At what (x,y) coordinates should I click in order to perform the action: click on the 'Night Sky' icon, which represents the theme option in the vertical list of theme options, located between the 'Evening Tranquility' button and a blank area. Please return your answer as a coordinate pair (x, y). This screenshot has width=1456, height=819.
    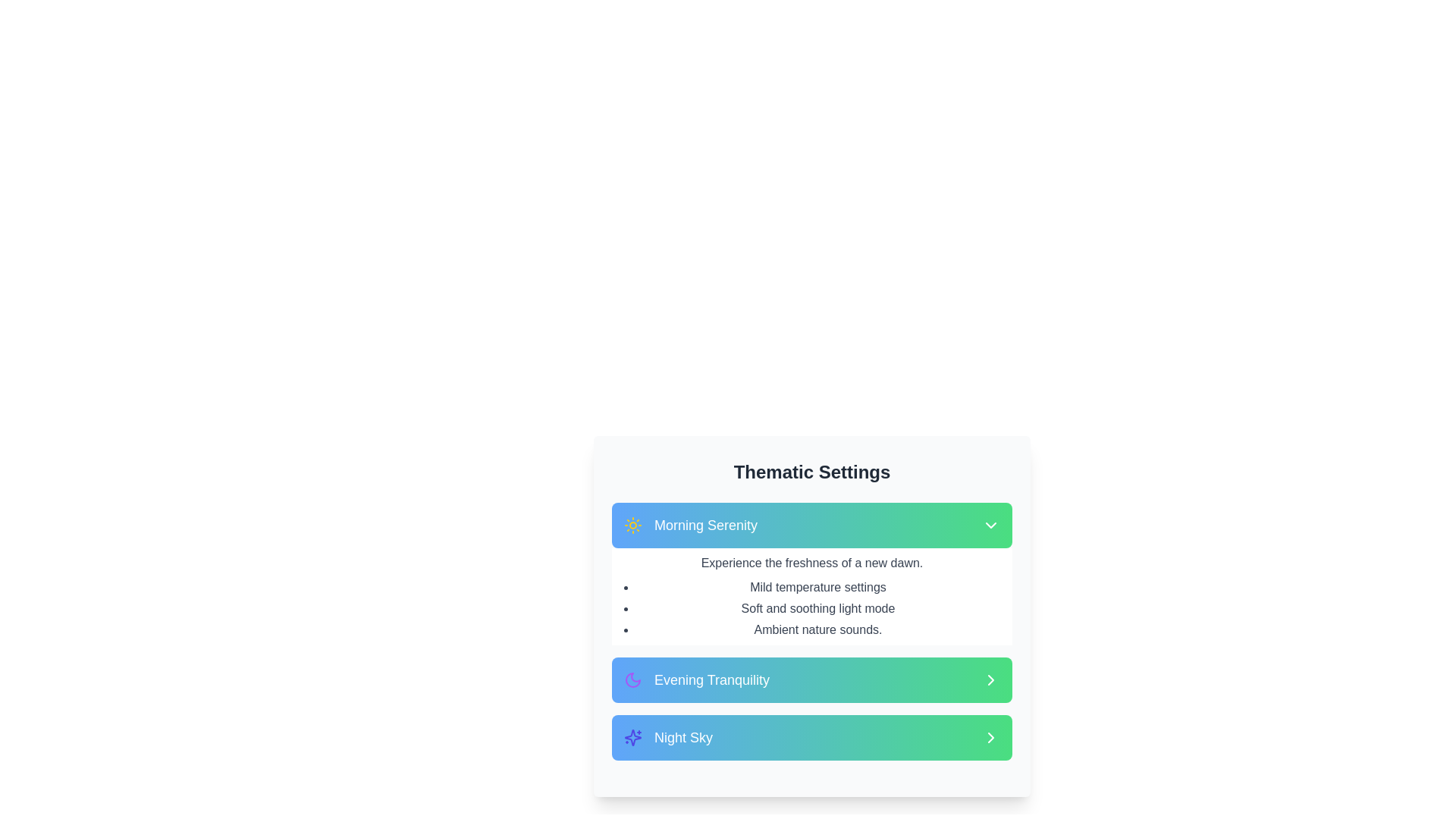
    Looking at the image, I should click on (633, 736).